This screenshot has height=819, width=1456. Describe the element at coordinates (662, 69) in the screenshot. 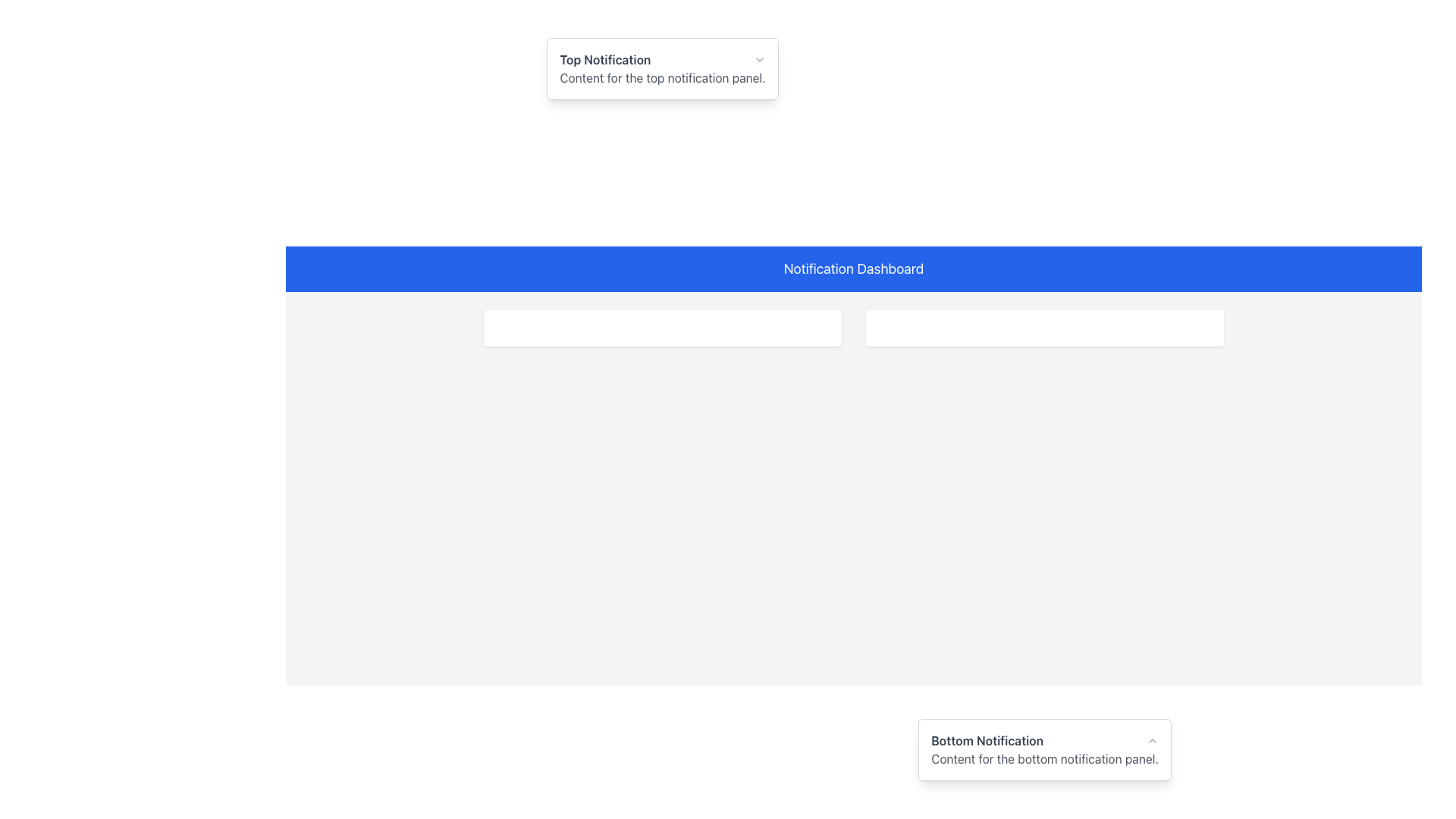

I see `the Notification Panel, which contains the bold text 'Top Notification' and the smaller text 'Content for the top notification panel.'` at that location.